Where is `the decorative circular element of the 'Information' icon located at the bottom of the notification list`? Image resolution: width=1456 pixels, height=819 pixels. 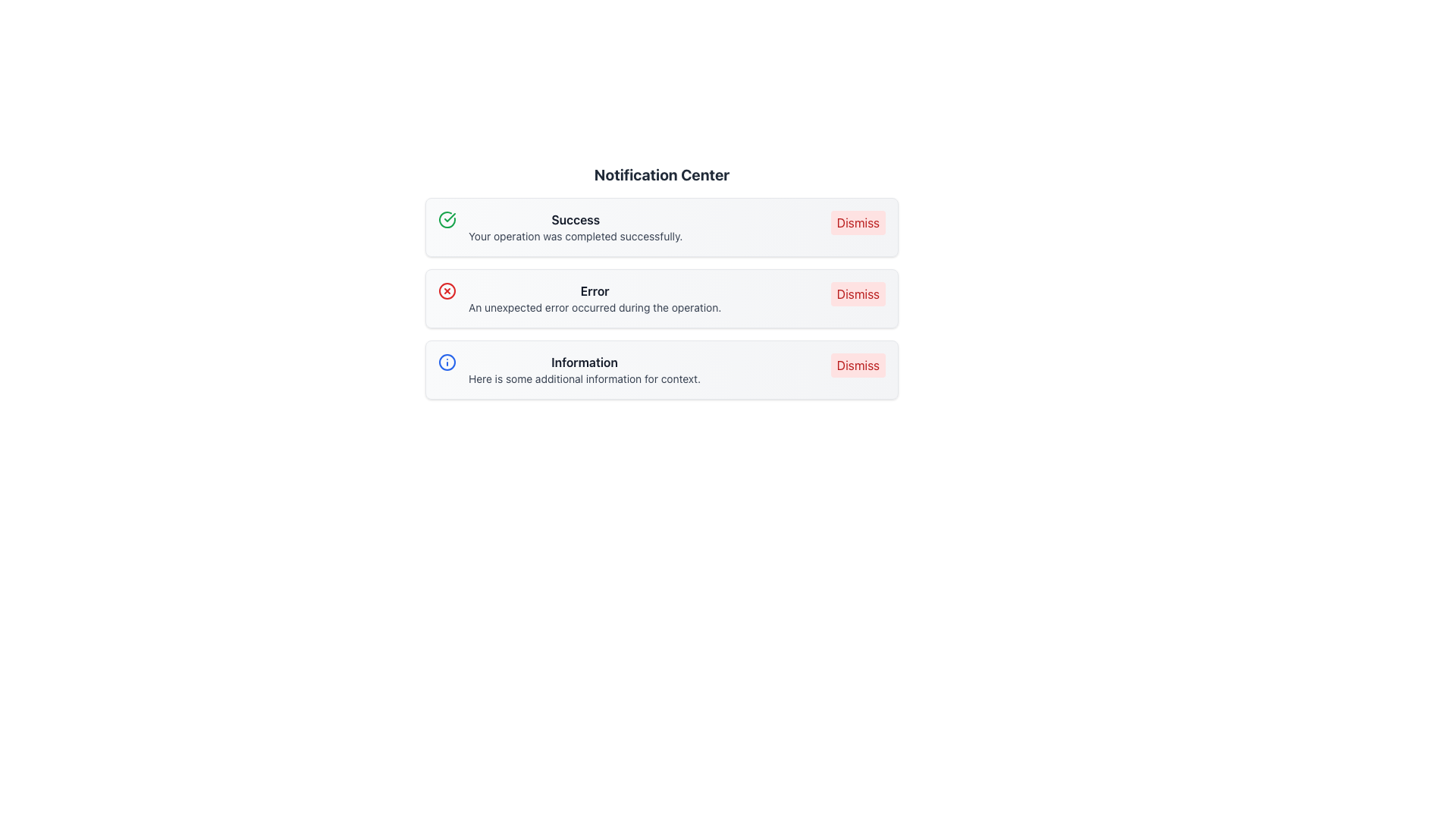 the decorative circular element of the 'Information' icon located at the bottom of the notification list is located at coordinates (447, 362).